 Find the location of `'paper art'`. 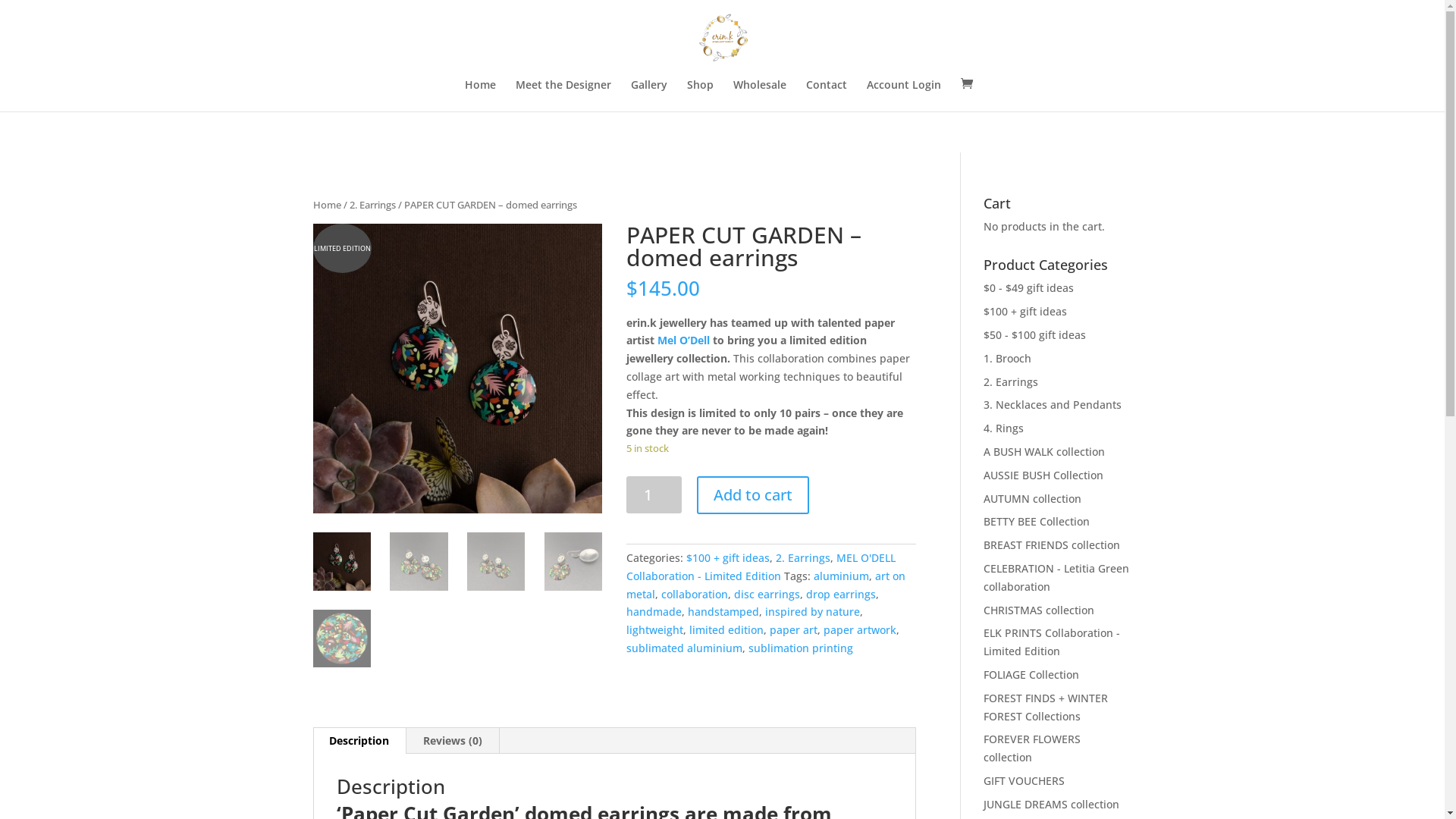

'paper art' is located at coordinates (792, 629).